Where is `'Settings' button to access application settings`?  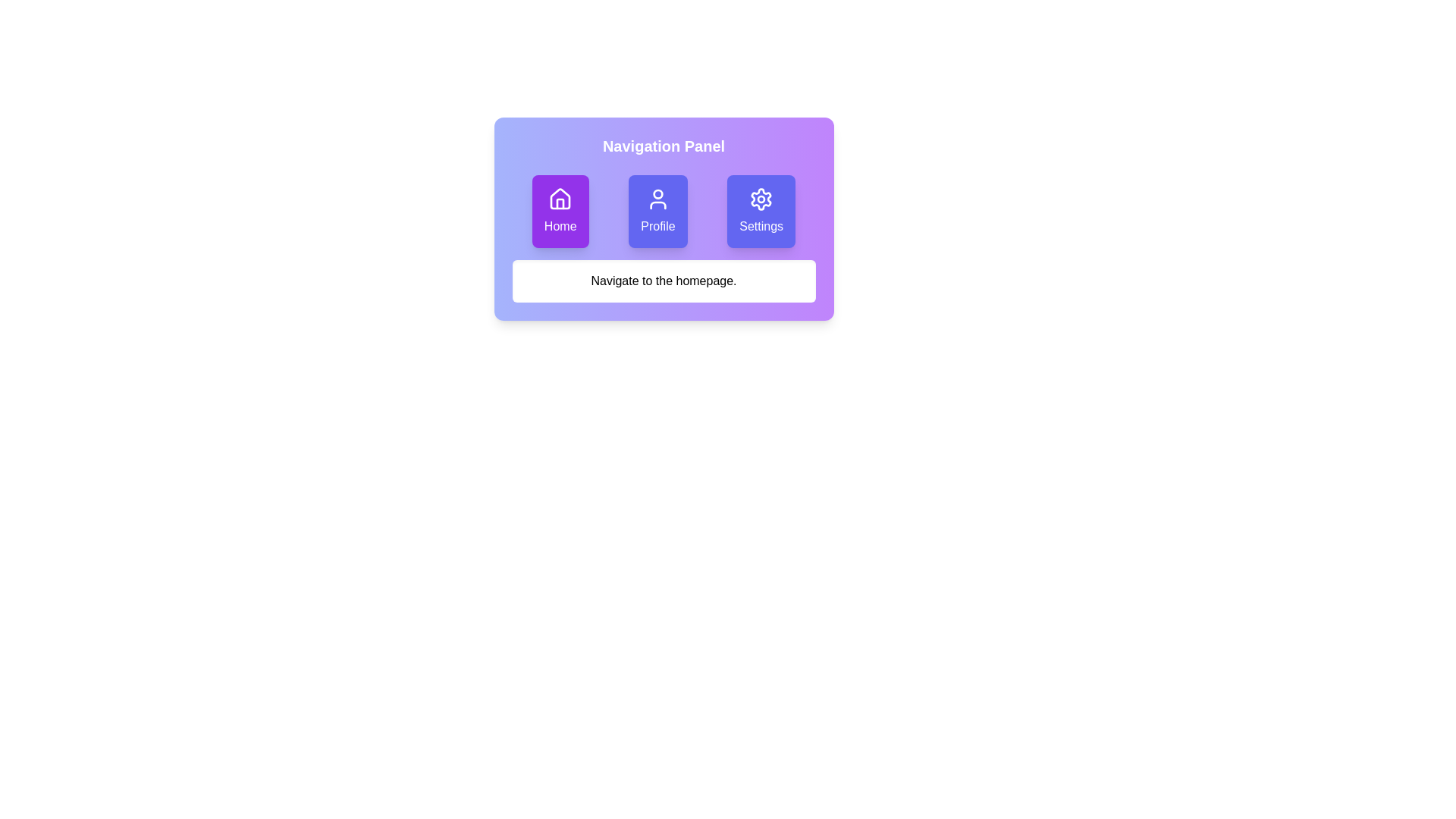 'Settings' button to access application settings is located at coordinates (761, 211).